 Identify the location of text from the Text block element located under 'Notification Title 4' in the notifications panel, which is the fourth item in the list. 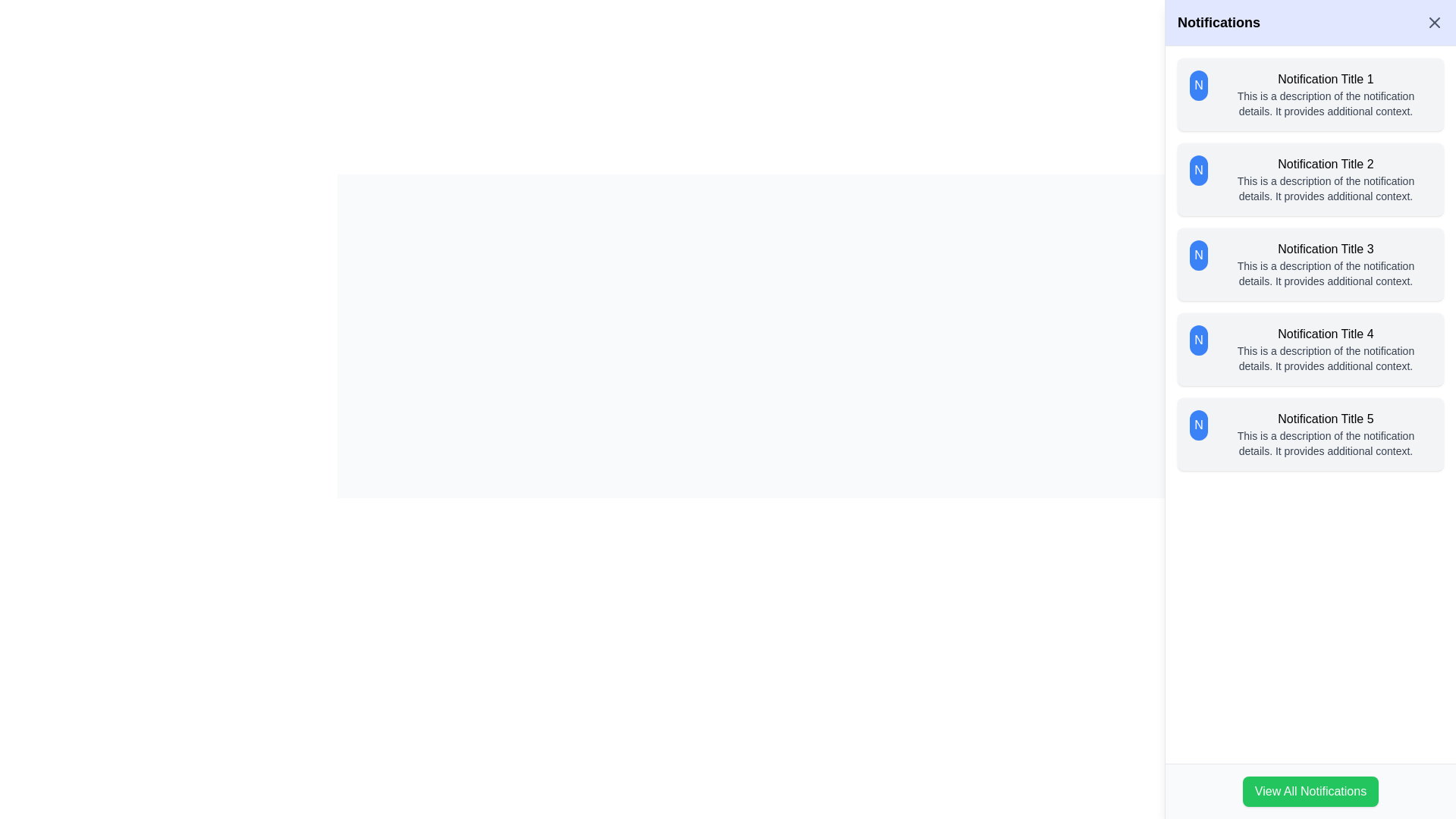
(1325, 359).